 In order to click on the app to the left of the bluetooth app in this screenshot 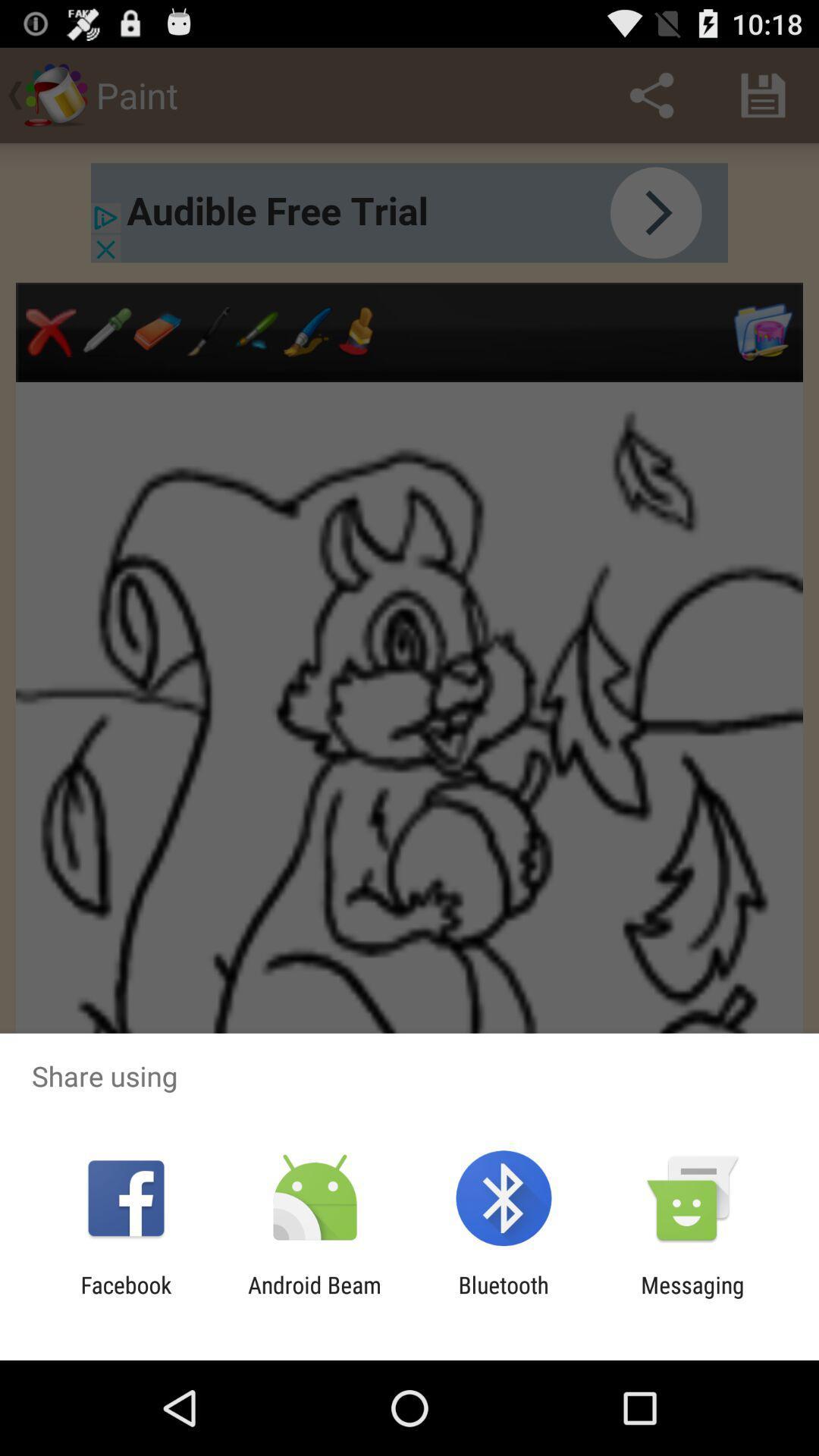, I will do `click(314, 1298)`.